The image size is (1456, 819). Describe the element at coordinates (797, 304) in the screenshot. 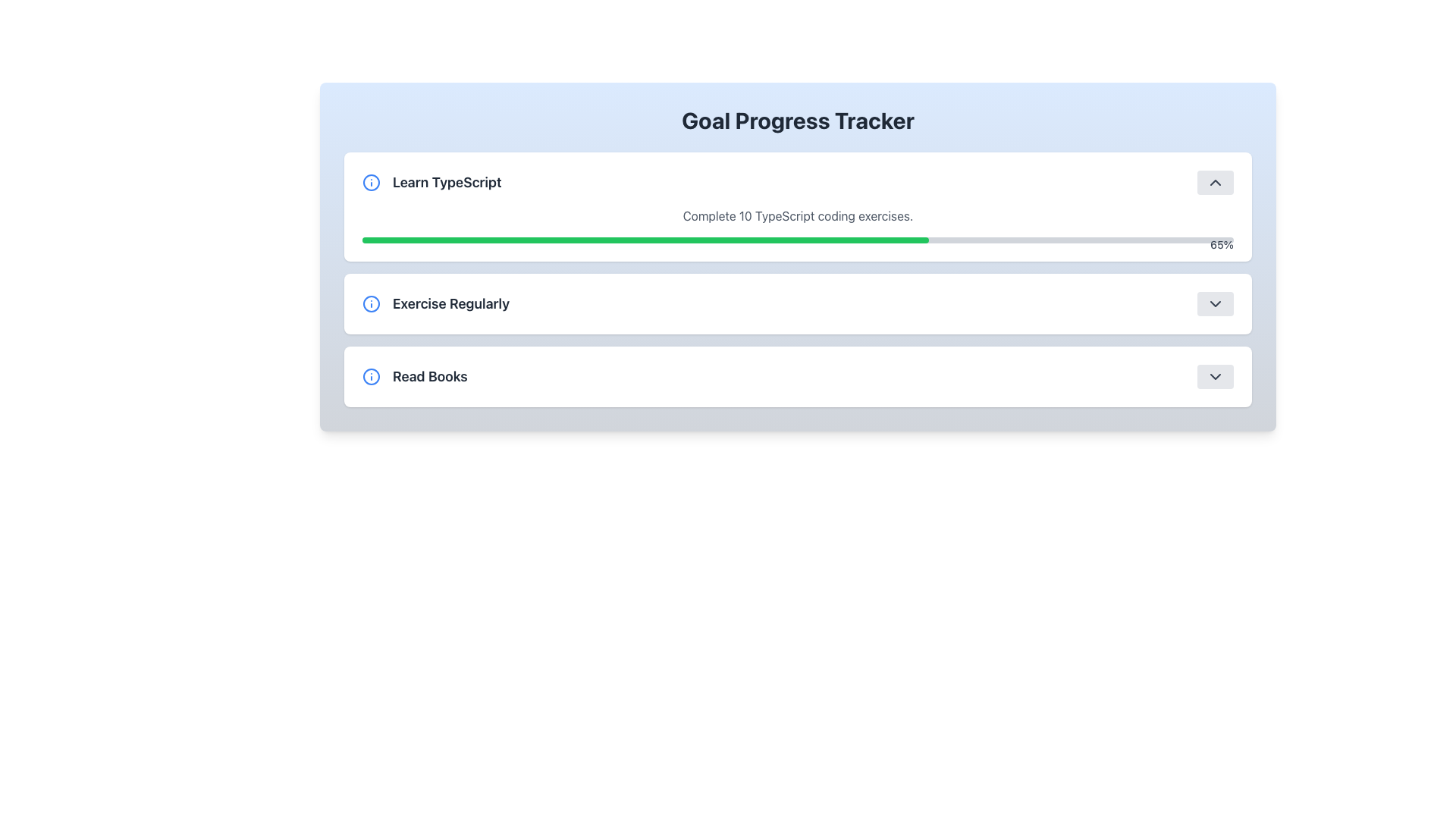

I see `the 'Exercise Regularly' checkbox-like progress tracker item` at that location.